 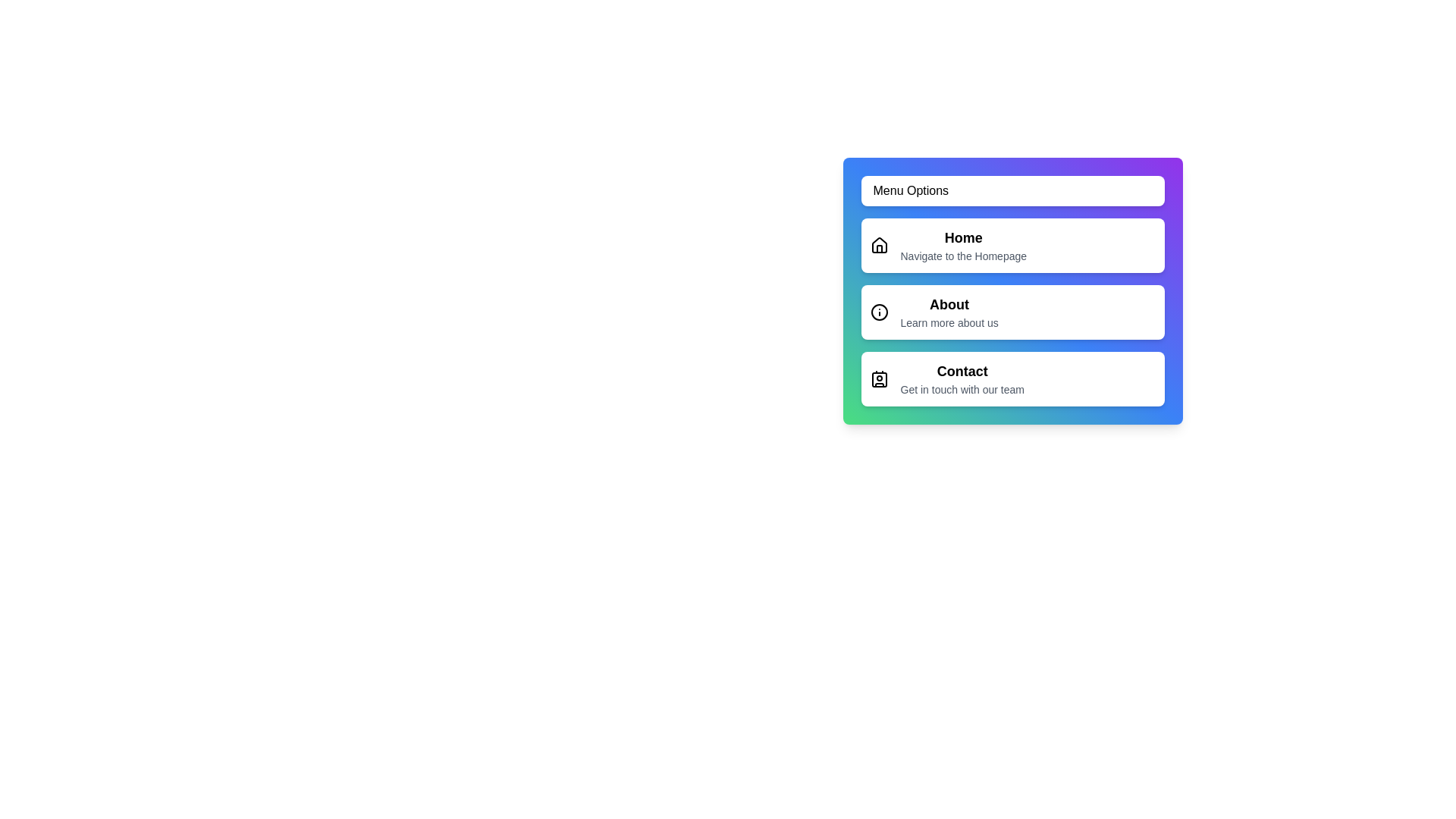 What do you see at coordinates (1012, 378) in the screenshot?
I see `the menu item labeled Contact` at bounding box center [1012, 378].